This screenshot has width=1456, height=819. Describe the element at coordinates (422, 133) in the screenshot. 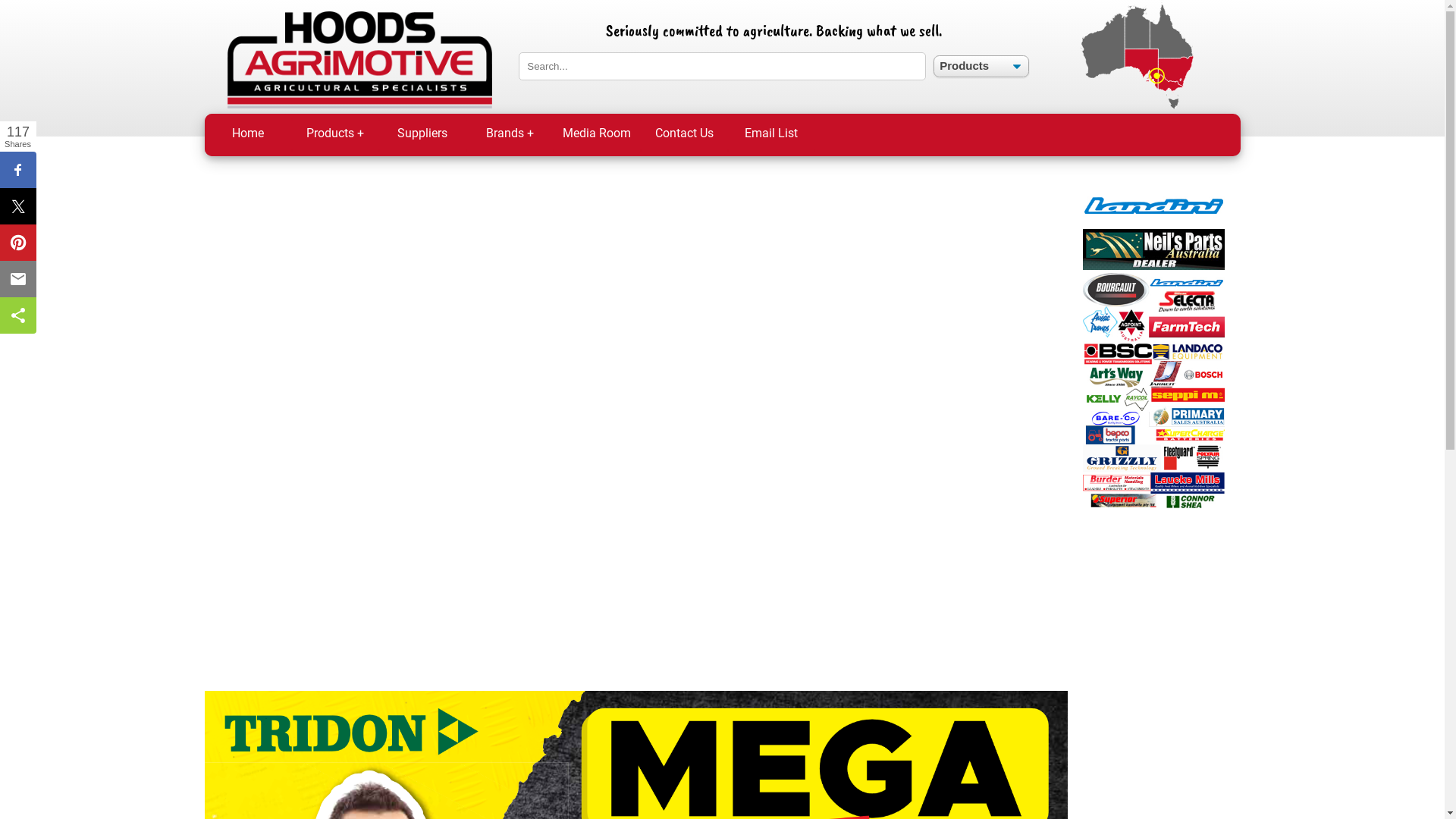

I see `'Suppliers'` at that location.